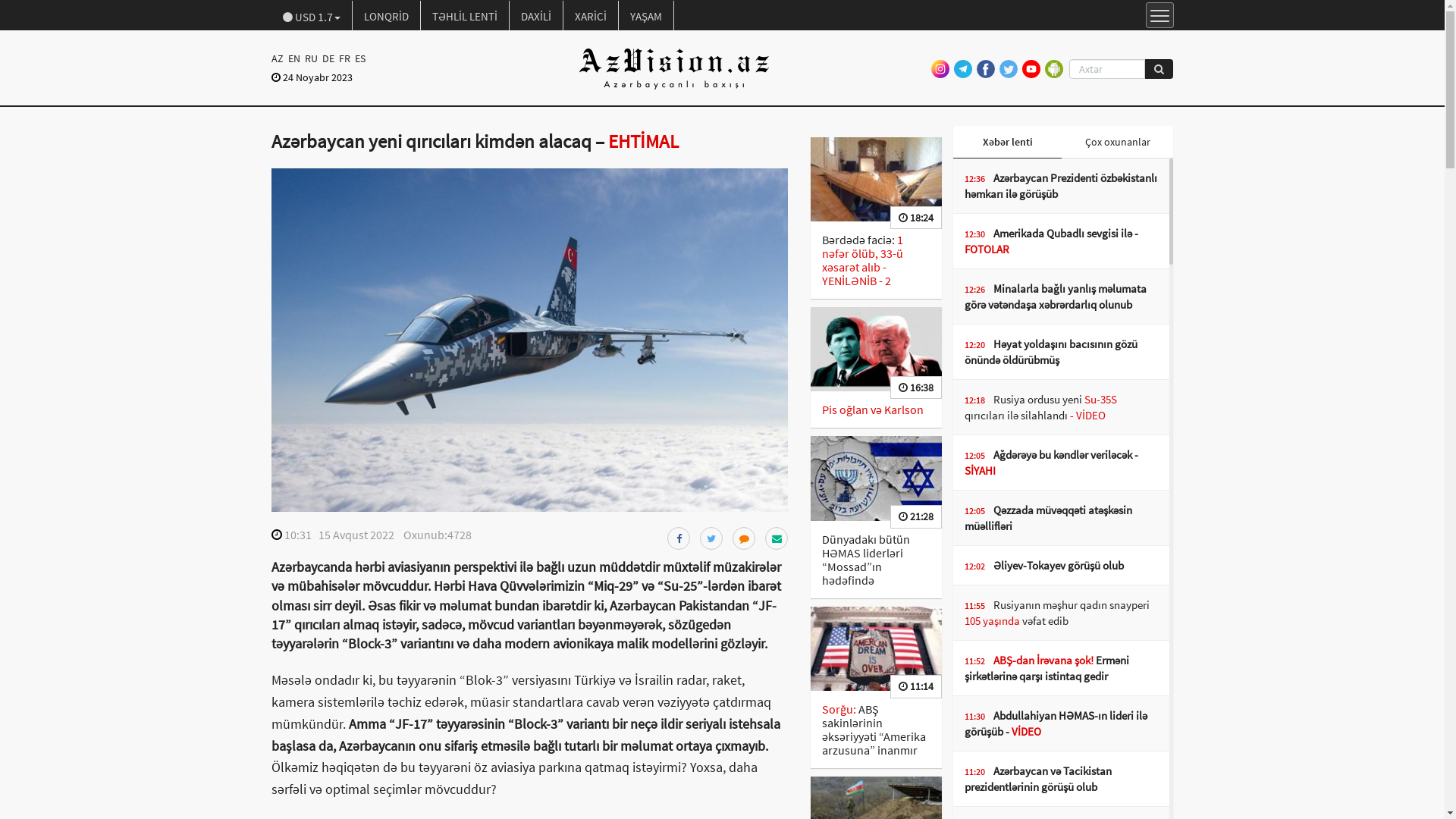 Image resolution: width=1456 pixels, height=819 pixels. Describe the element at coordinates (344, 58) in the screenshot. I see `'FR'` at that location.